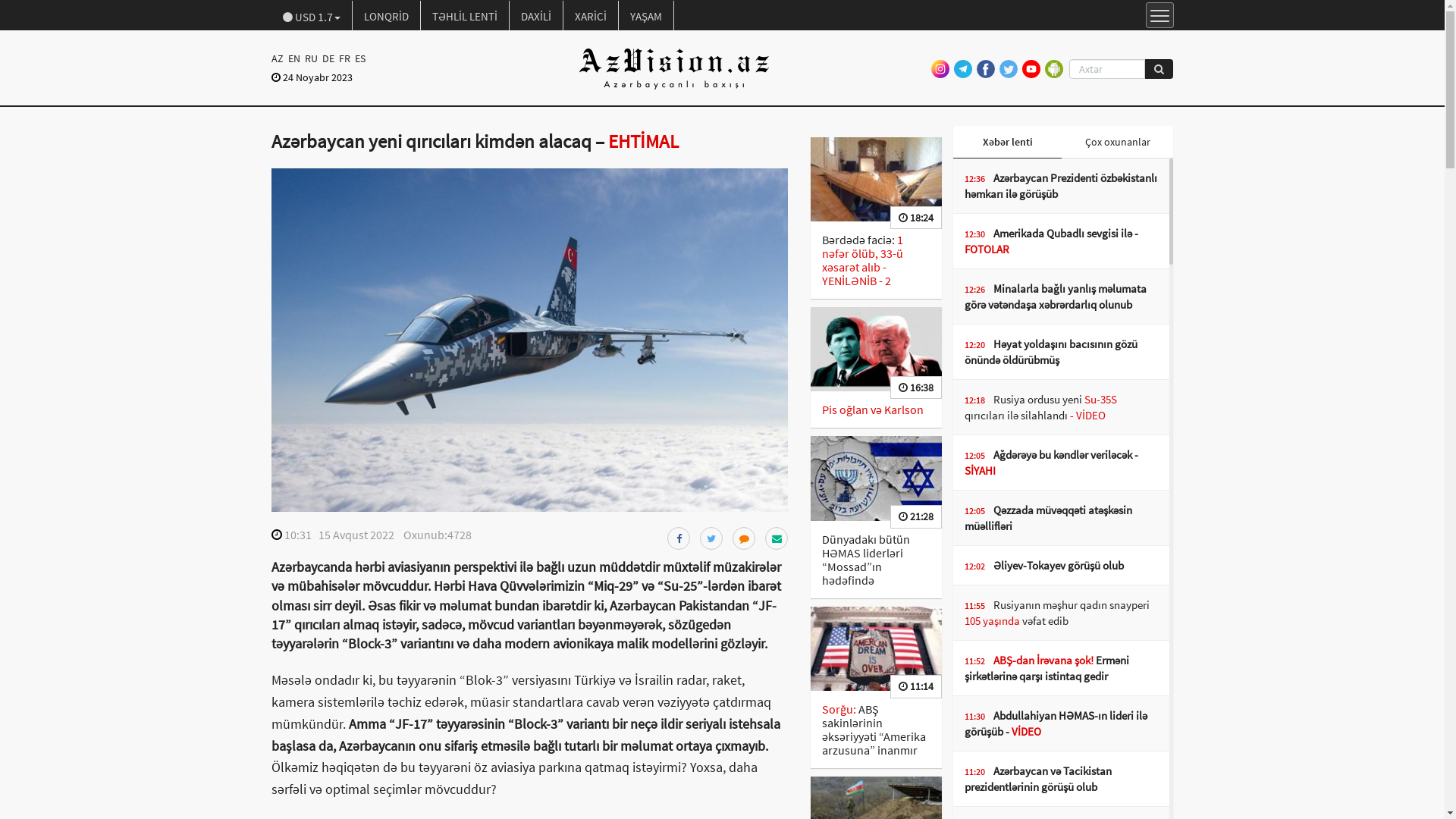 Image resolution: width=1456 pixels, height=819 pixels. Describe the element at coordinates (344, 58) in the screenshot. I see `'FR'` at that location.